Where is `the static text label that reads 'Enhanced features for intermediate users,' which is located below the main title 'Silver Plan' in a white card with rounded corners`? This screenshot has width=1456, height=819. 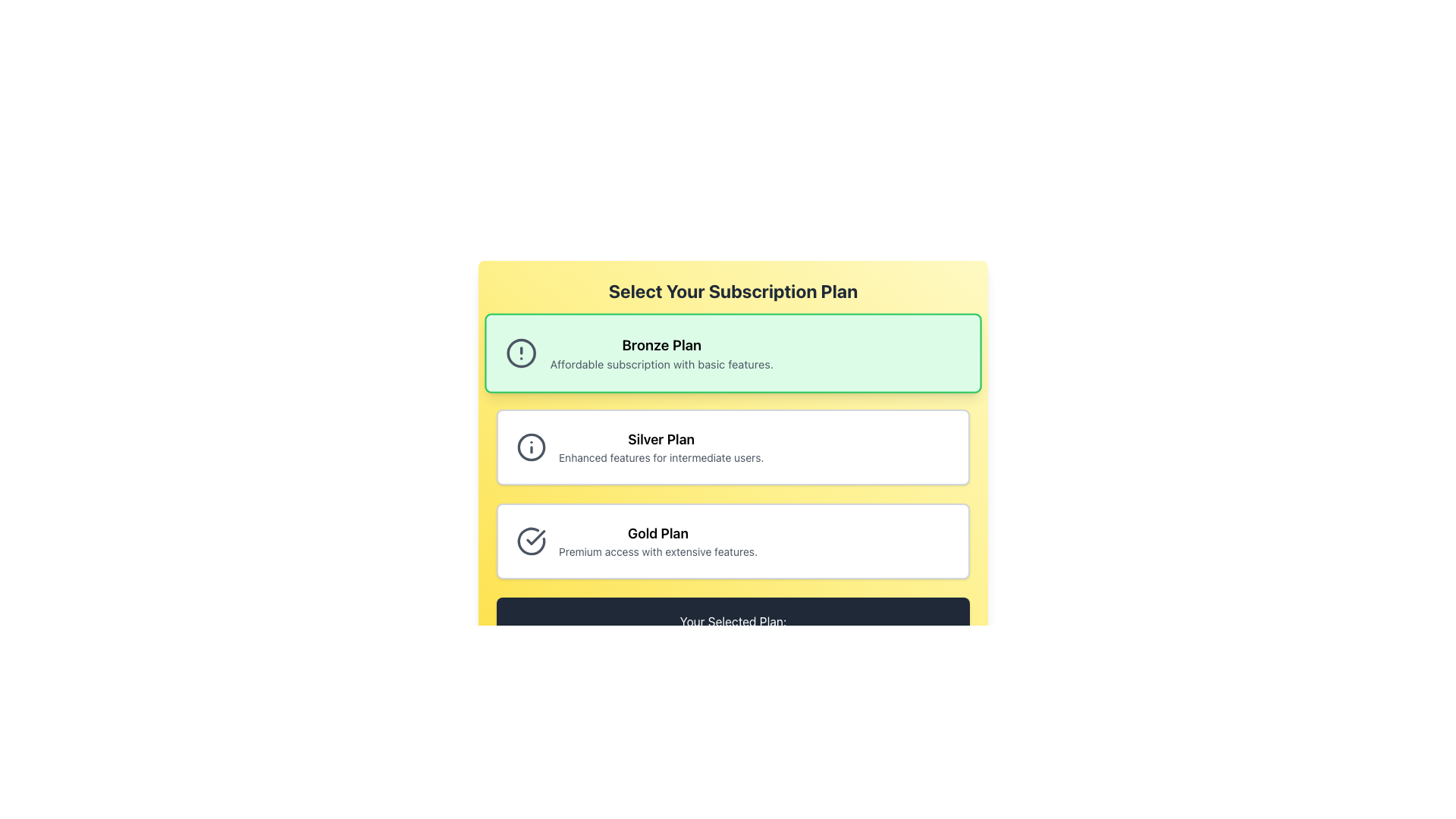
the static text label that reads 'Enhanced features for intermediate users,' which is located below the main title 'Silver Plan' in a white card with rounded corners is located at coordinates (661, 457).